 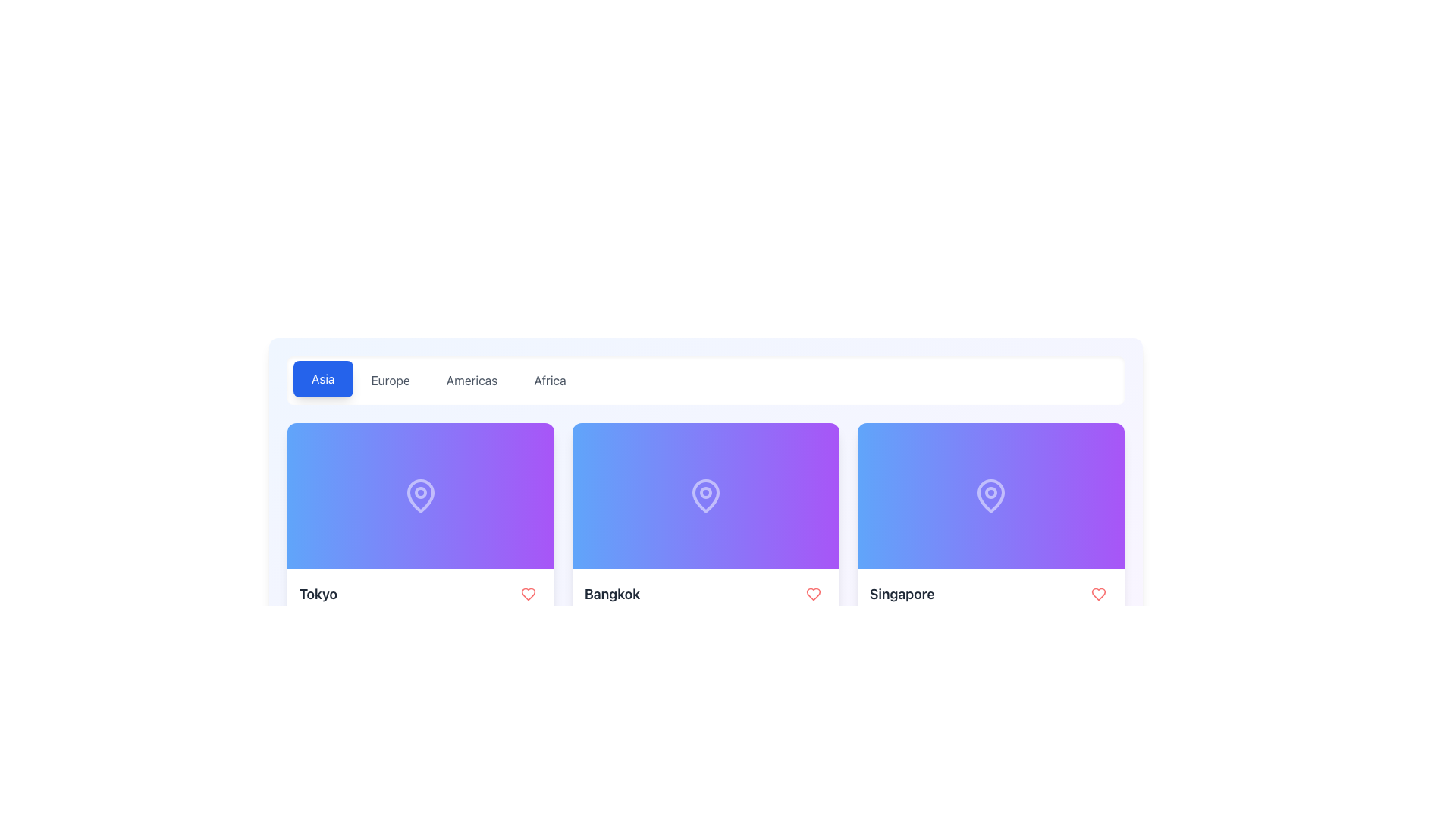 What do you see at coordinates (902, 593) in the screenshot?
I see `the Text label located at the bottom portion of the card, which provides geographic or categorical information and is positioned to the left of a heart-shaped icon` at bounding box center [902, 593].